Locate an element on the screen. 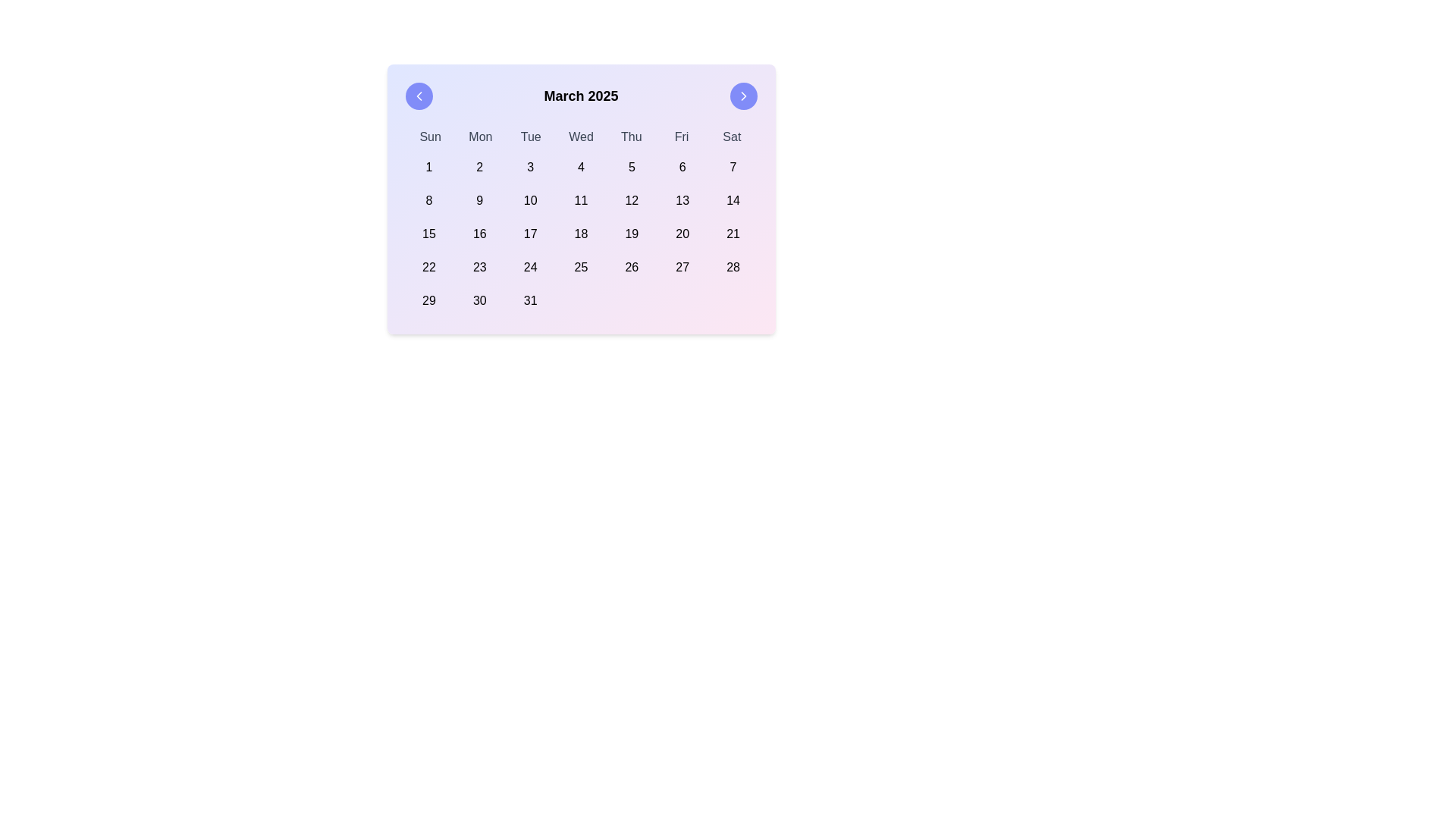 Image resolution: width=1456 pixels, height=819 pixels. the chevron icon located is located at coordinates (743, 96).